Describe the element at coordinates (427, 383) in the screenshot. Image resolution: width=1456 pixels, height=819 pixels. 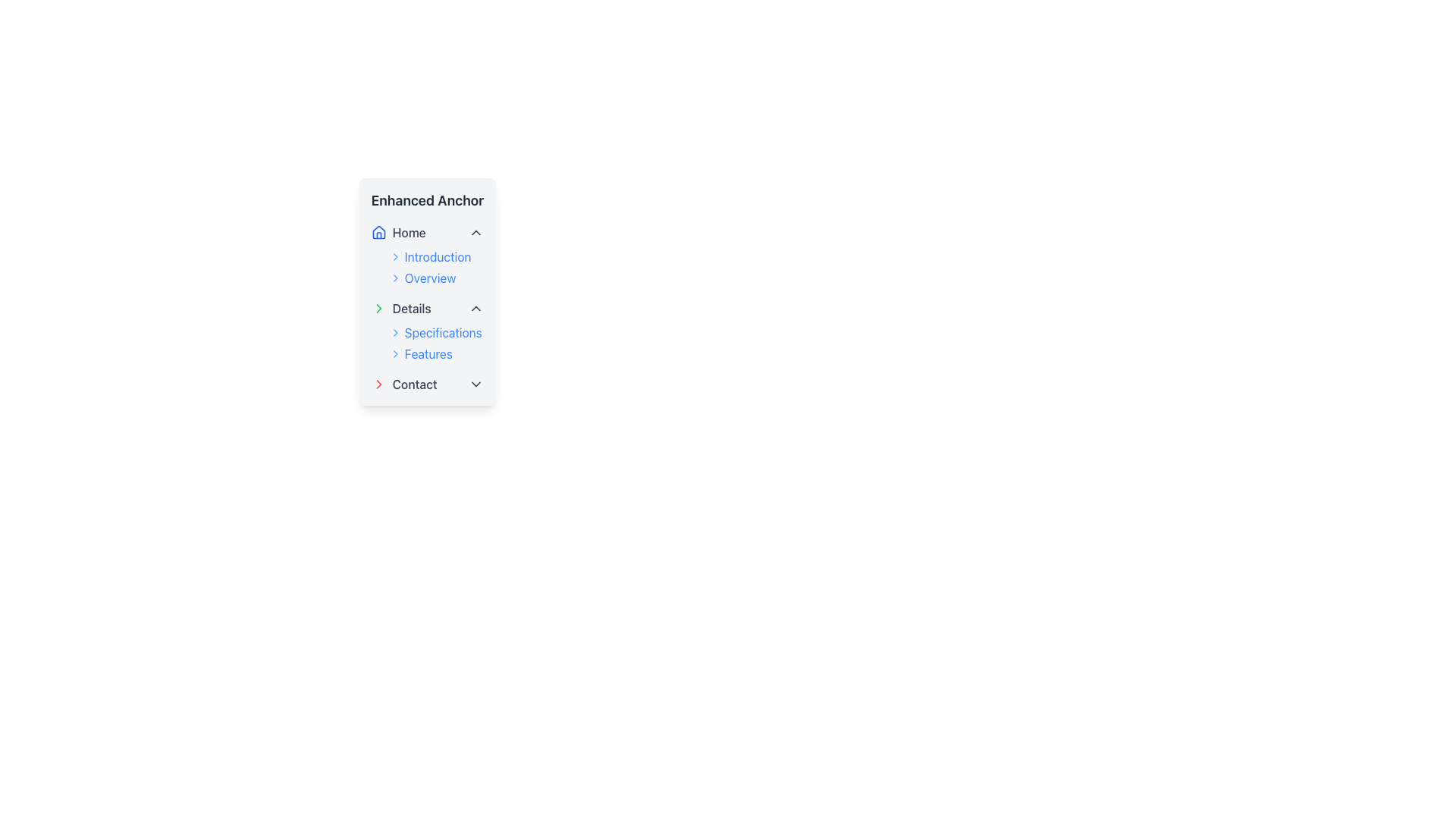
I see `the 'Contact' entry in the vertical navigation menu, which is positioned below the 'Features' entry and serves as a link to the 'Contact' section` at that location.